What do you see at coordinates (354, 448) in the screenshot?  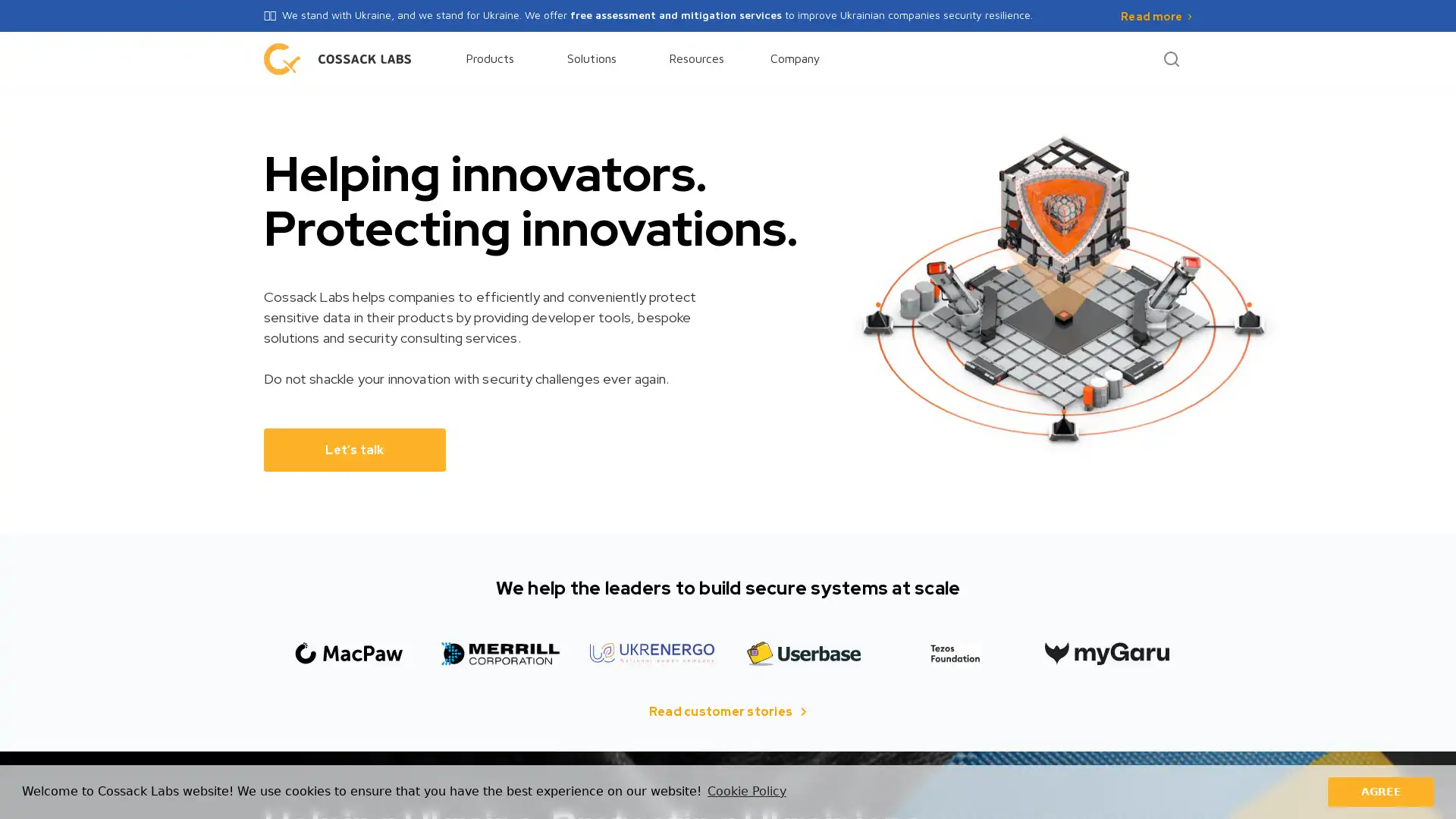 I see `Lets talk` at bounding box center [354, 448].